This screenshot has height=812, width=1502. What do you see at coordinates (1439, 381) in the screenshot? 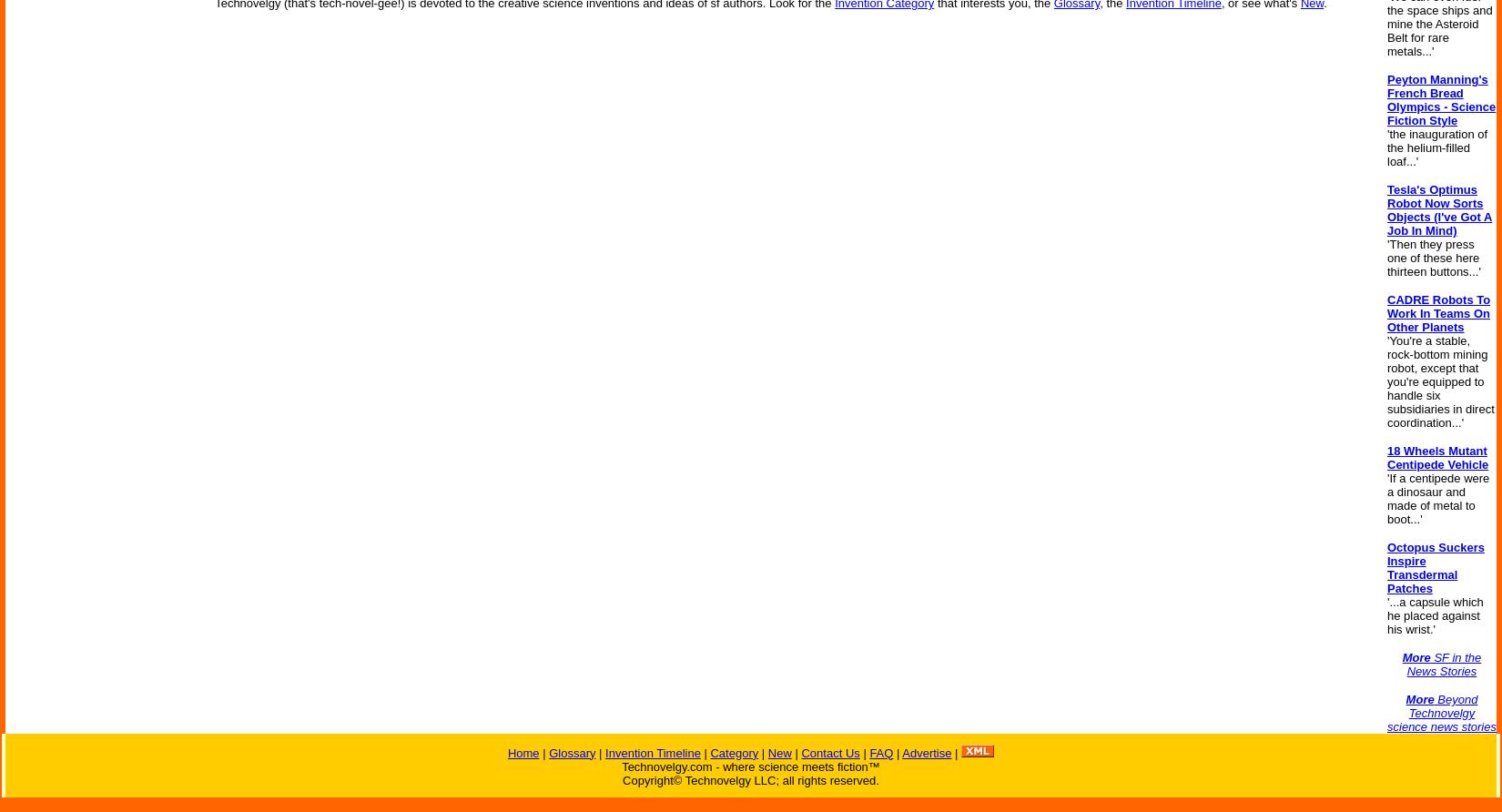
I see `''You're a stable, rock-bottom mining robot, except that you're equipped to handle six subsidiaries in direct coordination...''` at bounding box center [1439, 381].